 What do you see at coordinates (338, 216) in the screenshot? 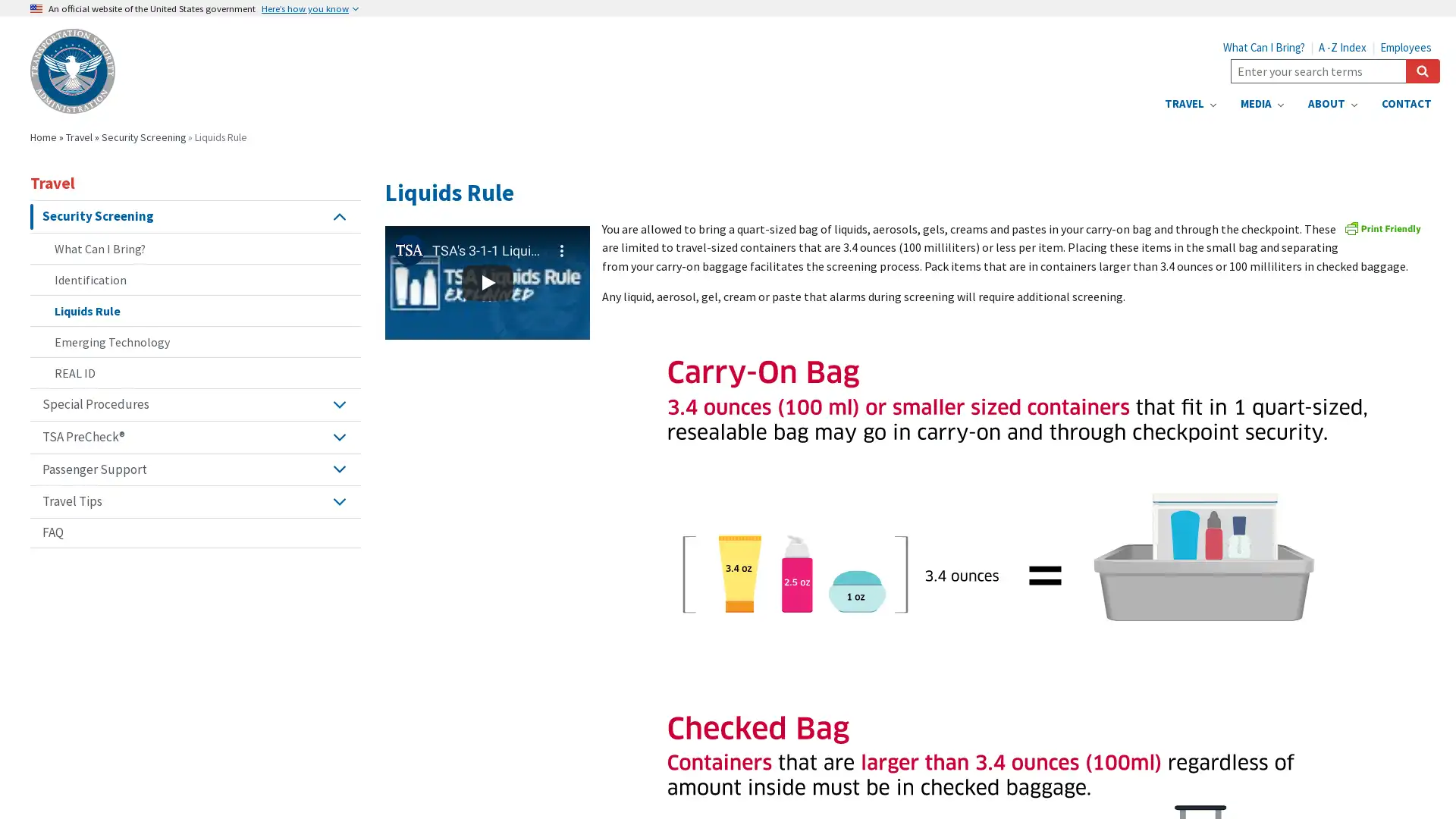
I see `Toggle submenu for 'Security Screening'` at bounding box center [338, 216].